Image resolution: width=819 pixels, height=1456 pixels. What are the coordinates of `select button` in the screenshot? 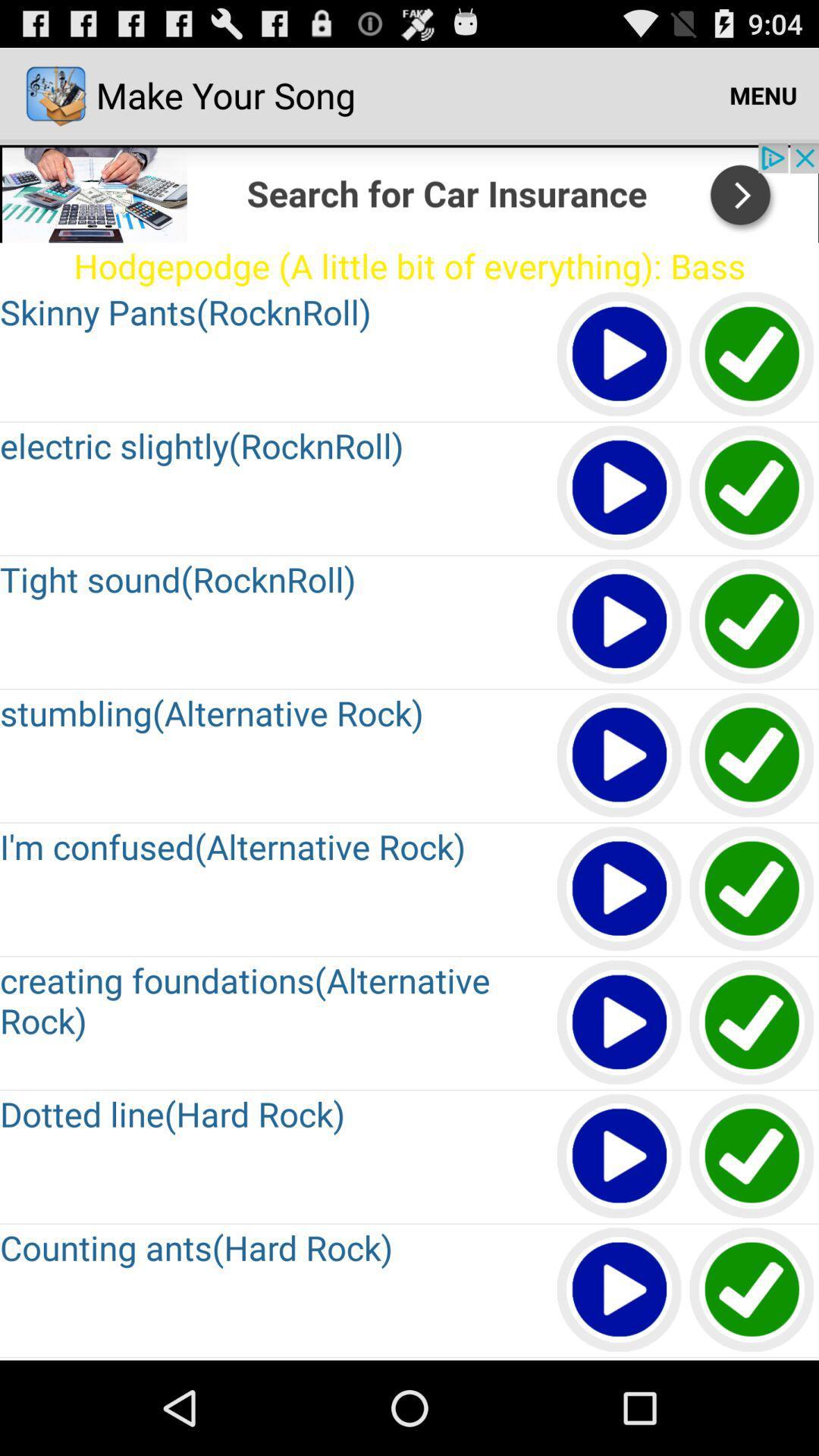 It's located at (752, 1156).